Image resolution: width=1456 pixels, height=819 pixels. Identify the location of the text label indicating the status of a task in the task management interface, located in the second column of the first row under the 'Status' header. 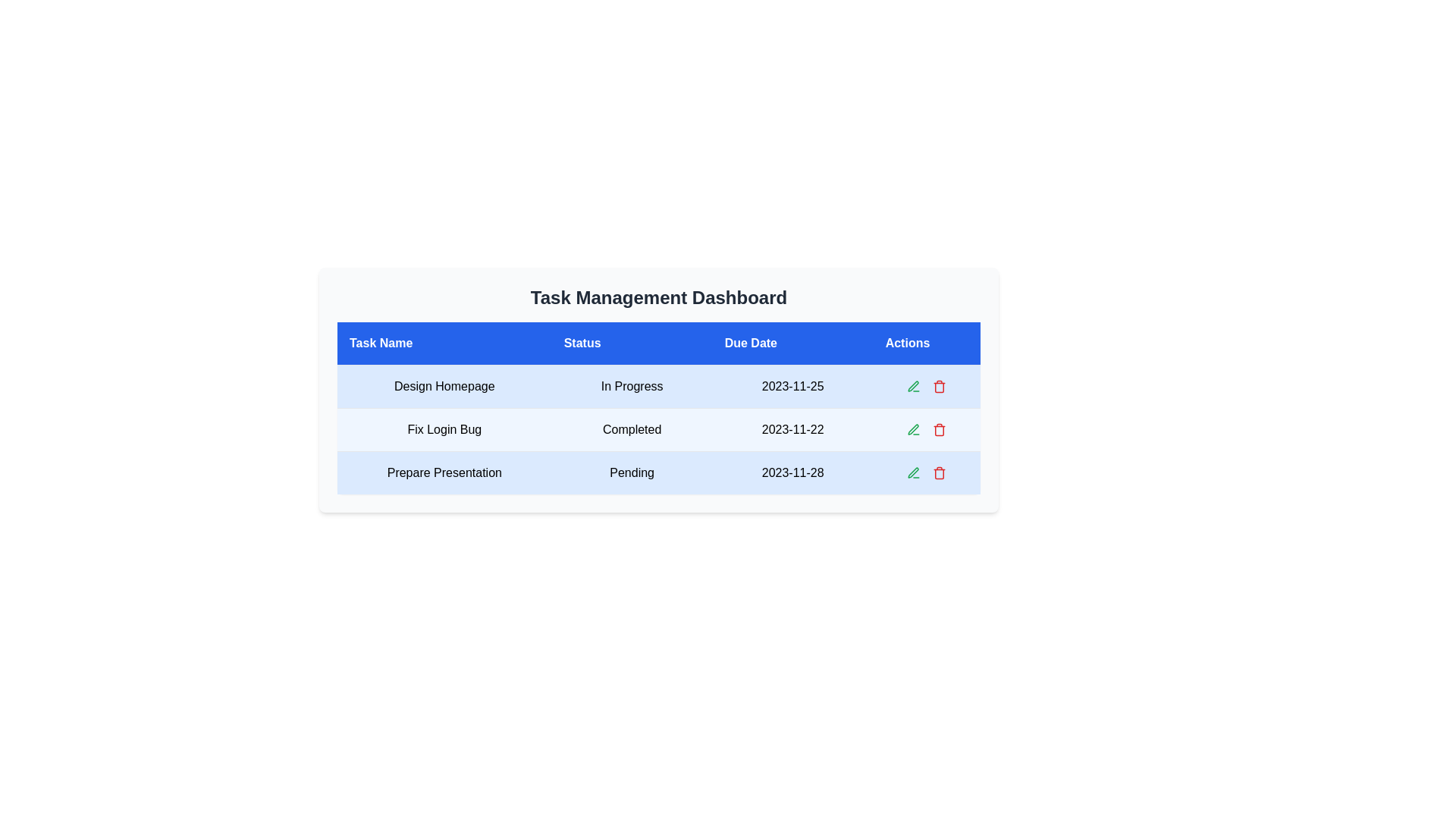
(632, 385).